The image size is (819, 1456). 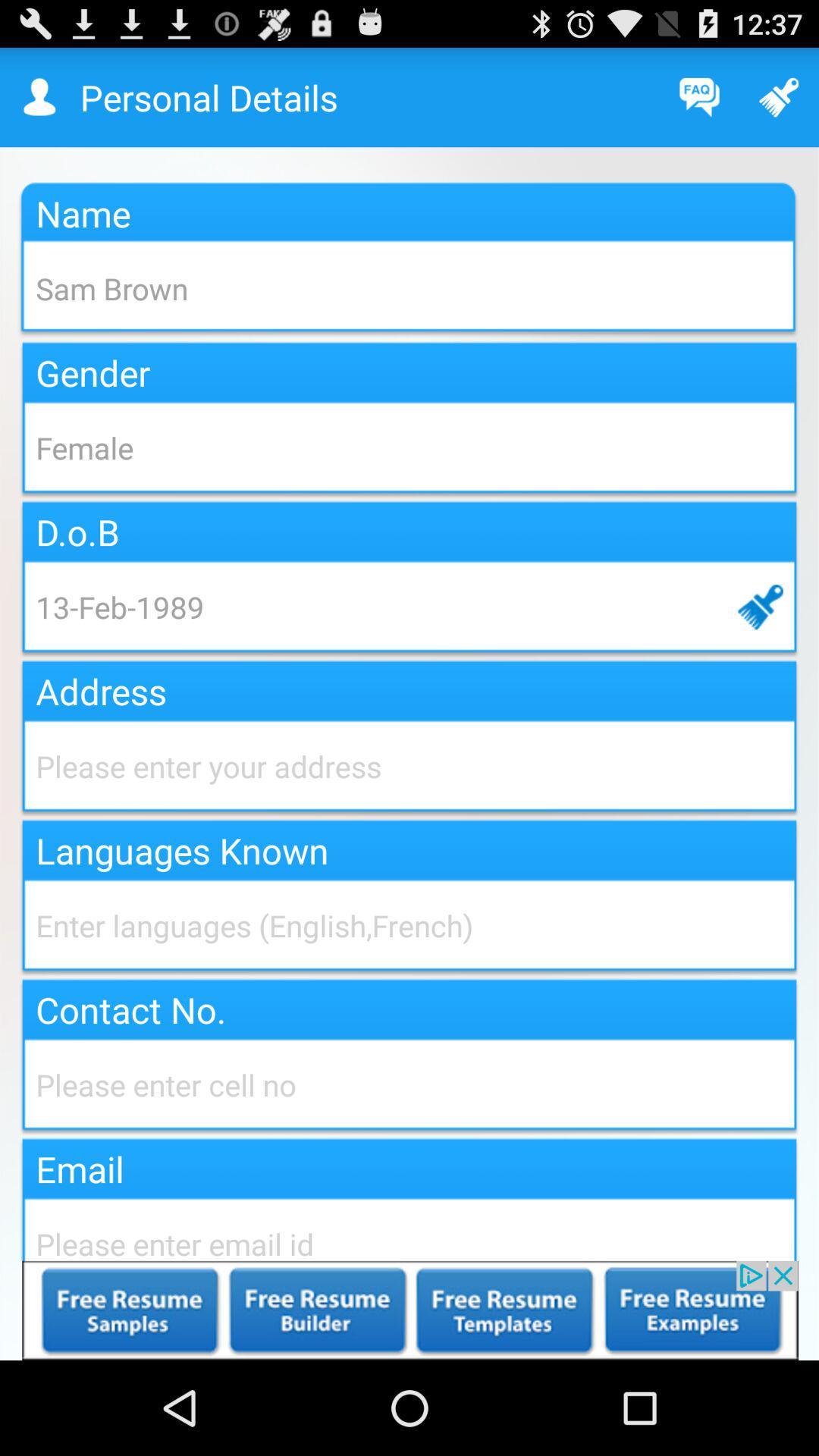 I want to click on the label icon, so click(x=779, y=103).